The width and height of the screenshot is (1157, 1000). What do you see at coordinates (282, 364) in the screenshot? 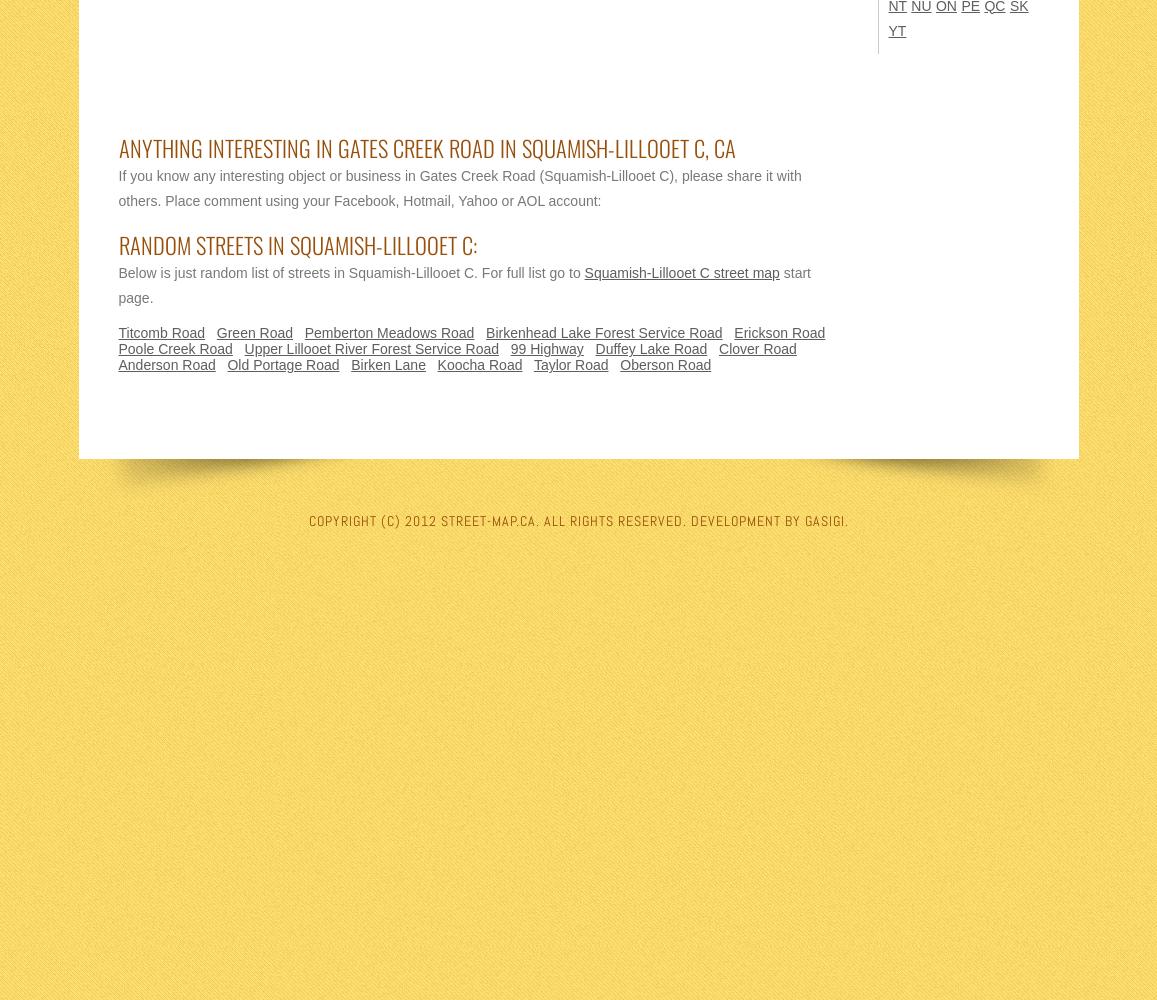
I see `'Old Portage Road'` at bounding box center [282, 364].